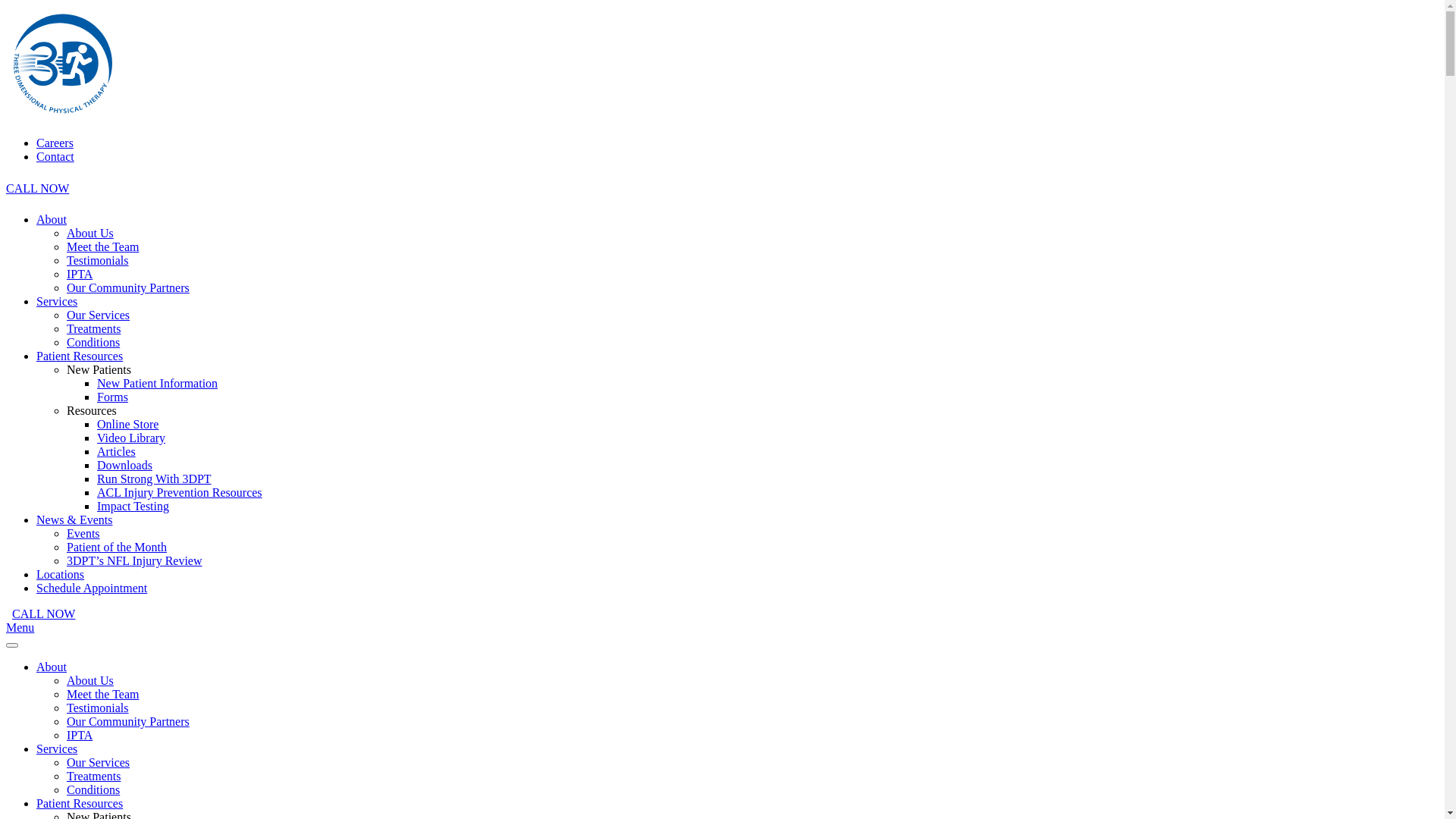 Image resolution: width=1456 pixels, height=819 pixels. I want to click on 'Downloads', so click(124, 464).